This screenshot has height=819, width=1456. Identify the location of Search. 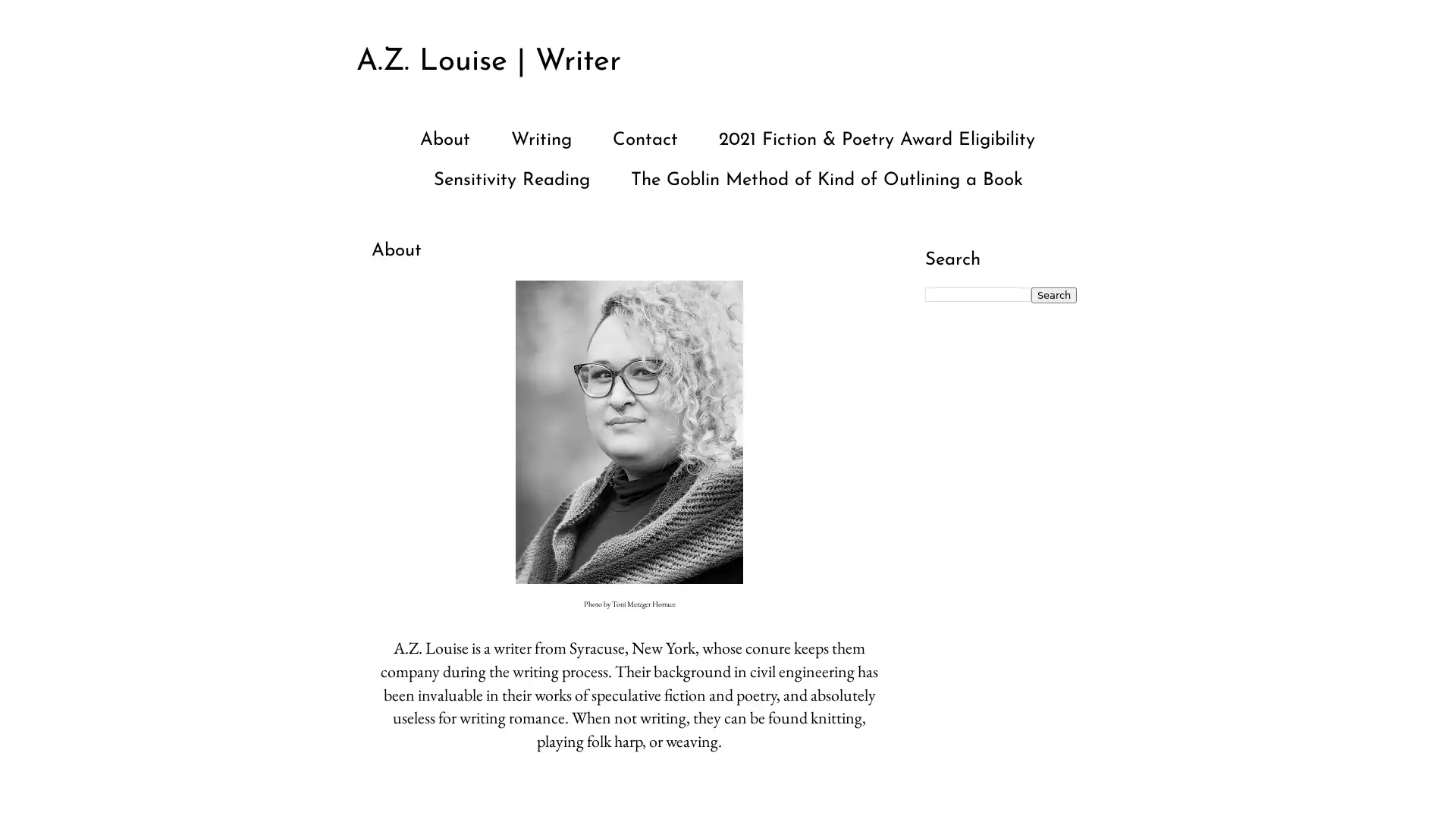
(1053, 294).